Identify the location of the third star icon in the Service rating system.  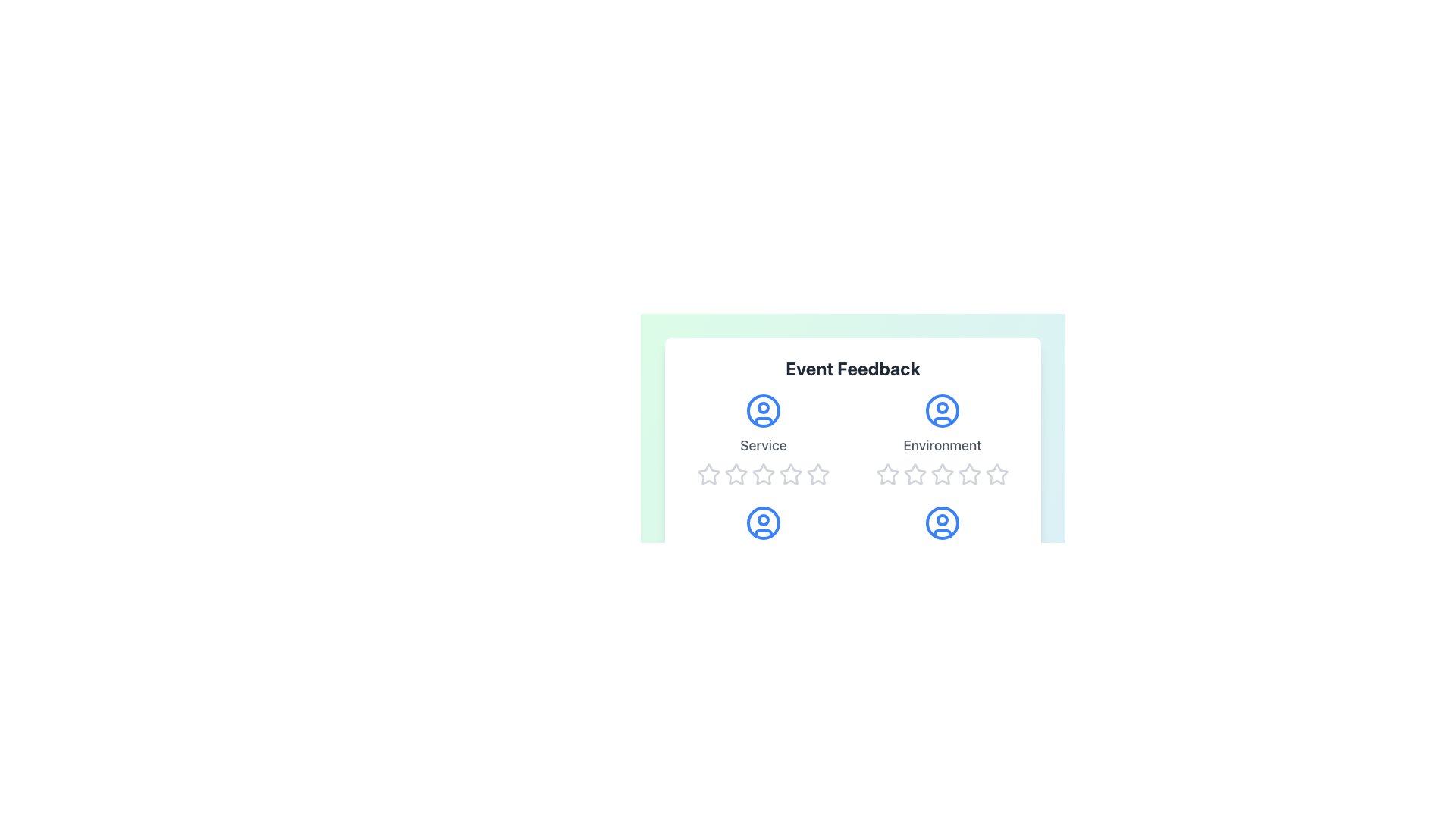
(789, 473).